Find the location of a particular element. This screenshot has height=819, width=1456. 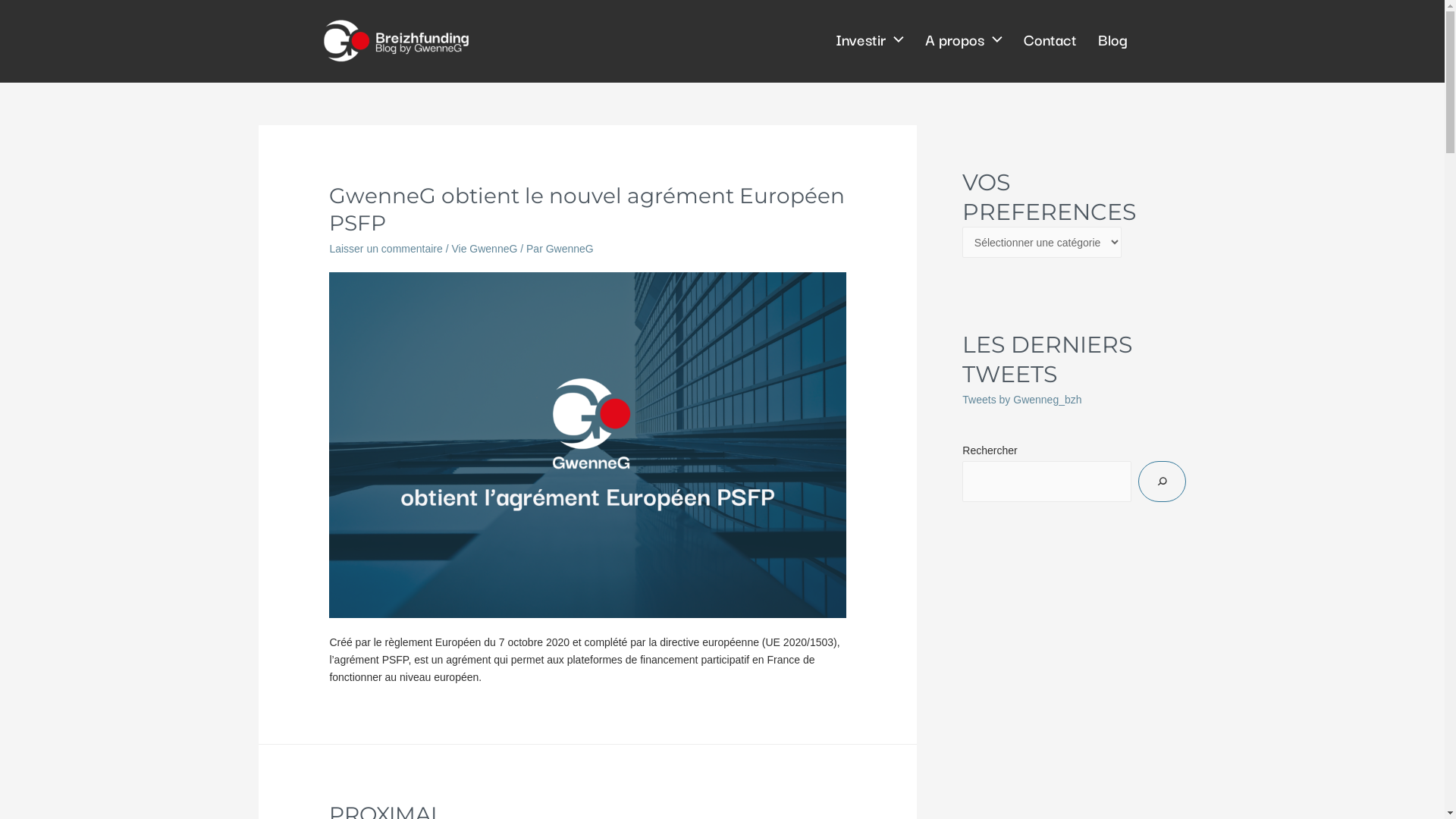

'A propos' is located at coordinates (956, 38).